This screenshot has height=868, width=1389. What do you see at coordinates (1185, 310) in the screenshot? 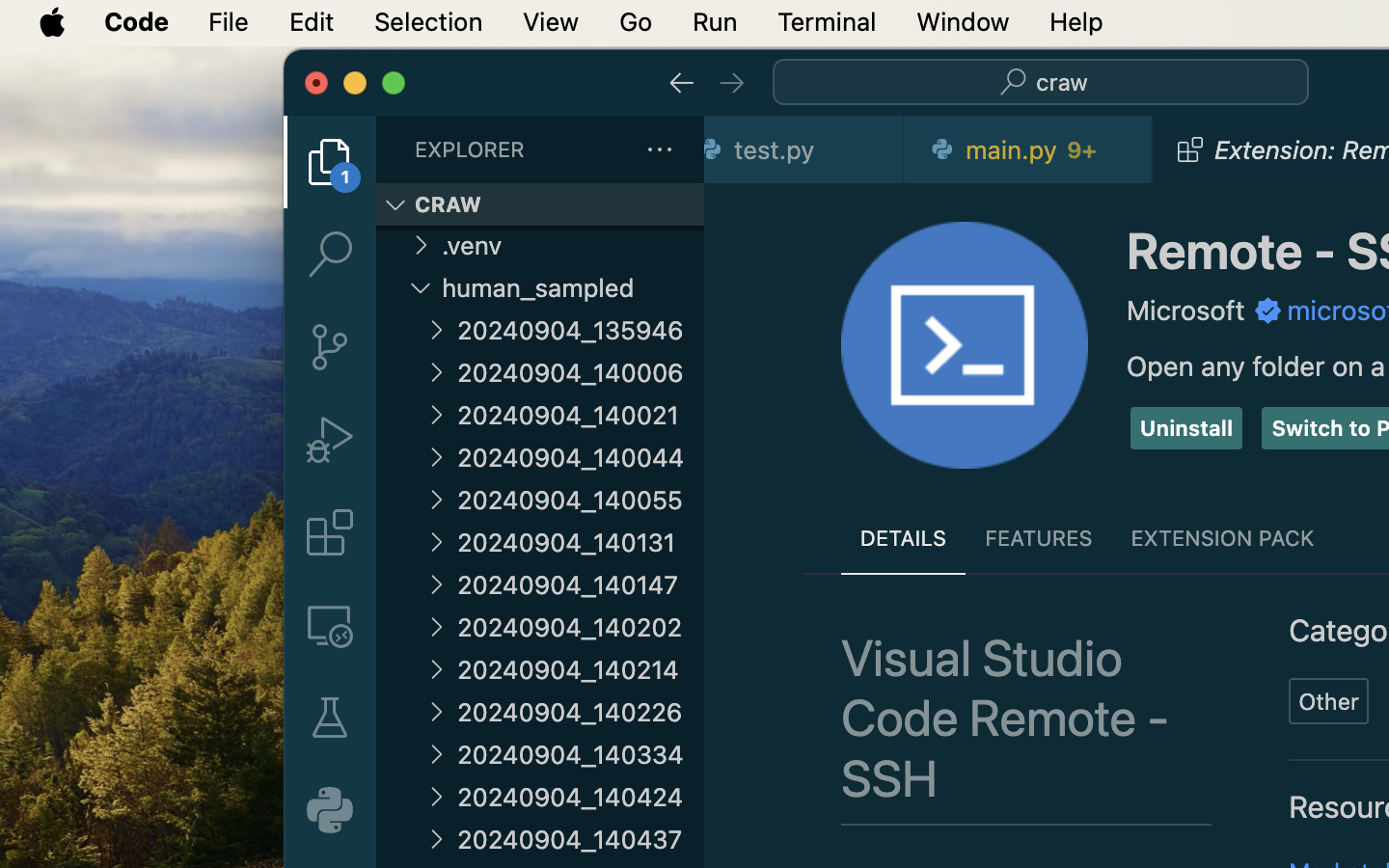
I see `'Microsoft'` at bounding box center [1185, 310].